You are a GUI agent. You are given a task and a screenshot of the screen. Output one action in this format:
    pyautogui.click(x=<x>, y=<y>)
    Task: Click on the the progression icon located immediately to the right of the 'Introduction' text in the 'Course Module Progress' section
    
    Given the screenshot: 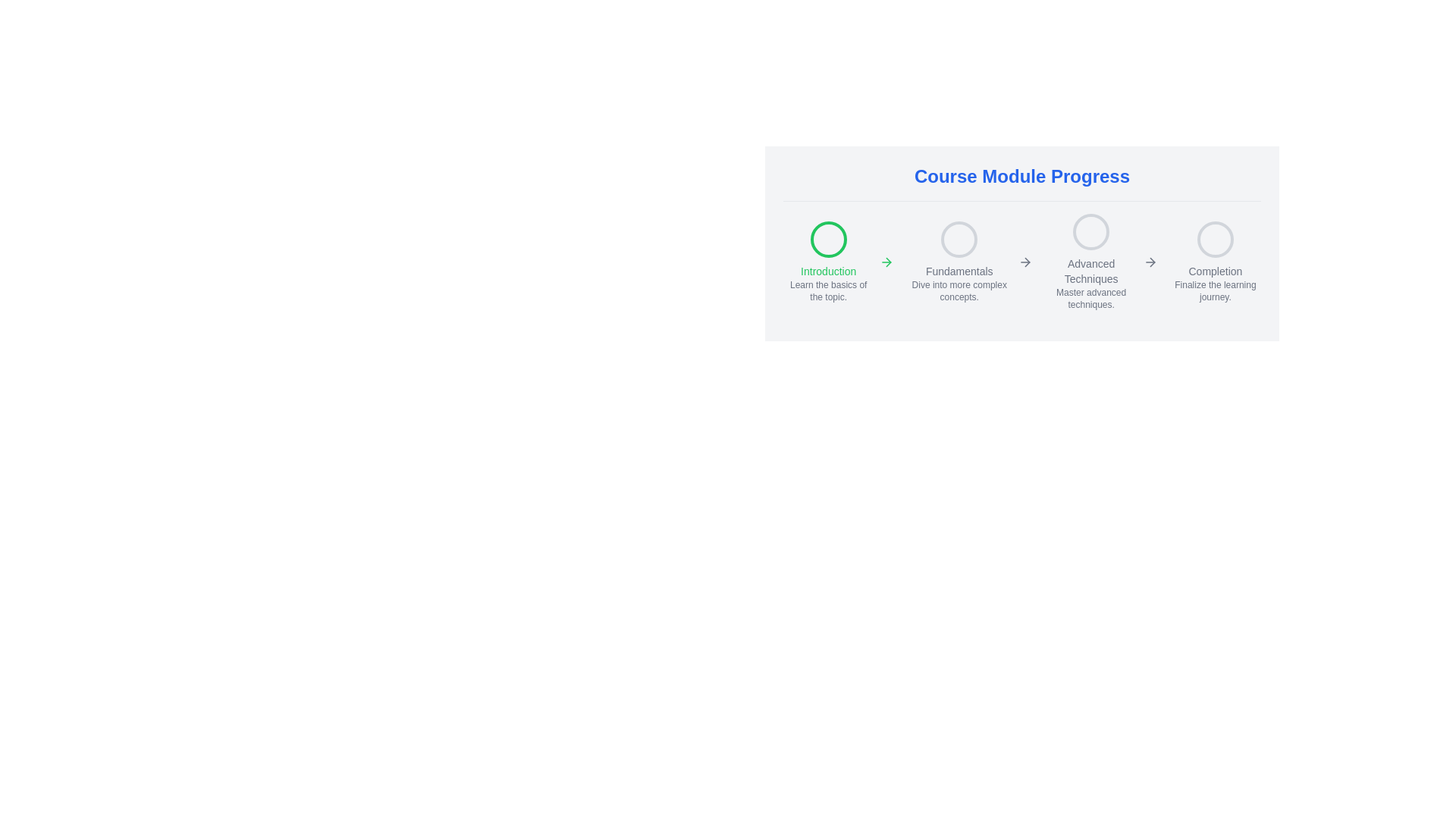 What is the action you would take?
    pyautogui.click(x=886, y=262)
    